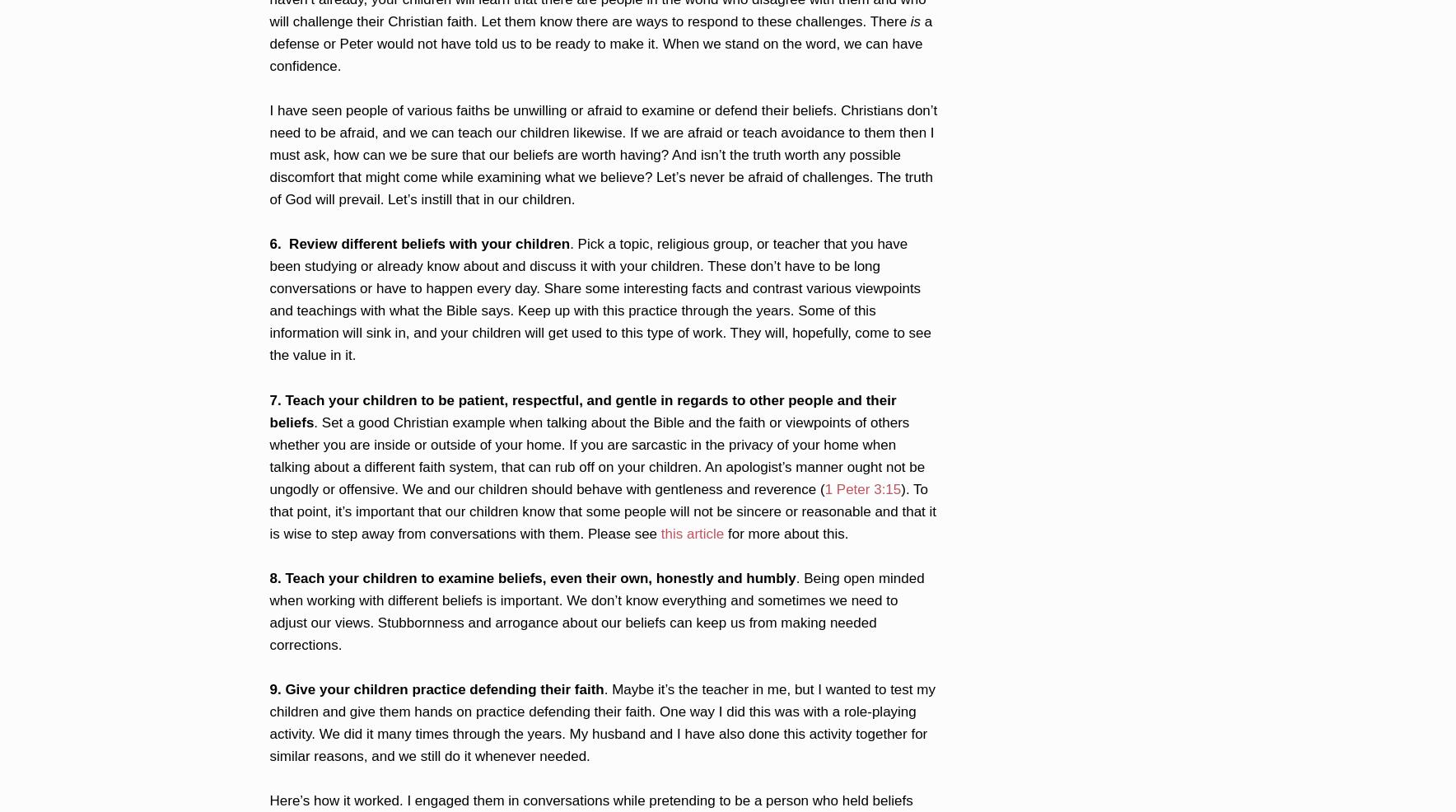 The image size is (1456, 812). What do you see at coordinates (602, 721) in the screenshot?
I see `'. Maybe it’s the teacher in me, but I wanted to test my children and give them hands on practice defending their faith. One way I did this was with a role-playing activity. We did it many times through the years. My husband and I have also done this activity together for similar reasons, and we still do it whenever needed.'` at bounding box center [602, 721].